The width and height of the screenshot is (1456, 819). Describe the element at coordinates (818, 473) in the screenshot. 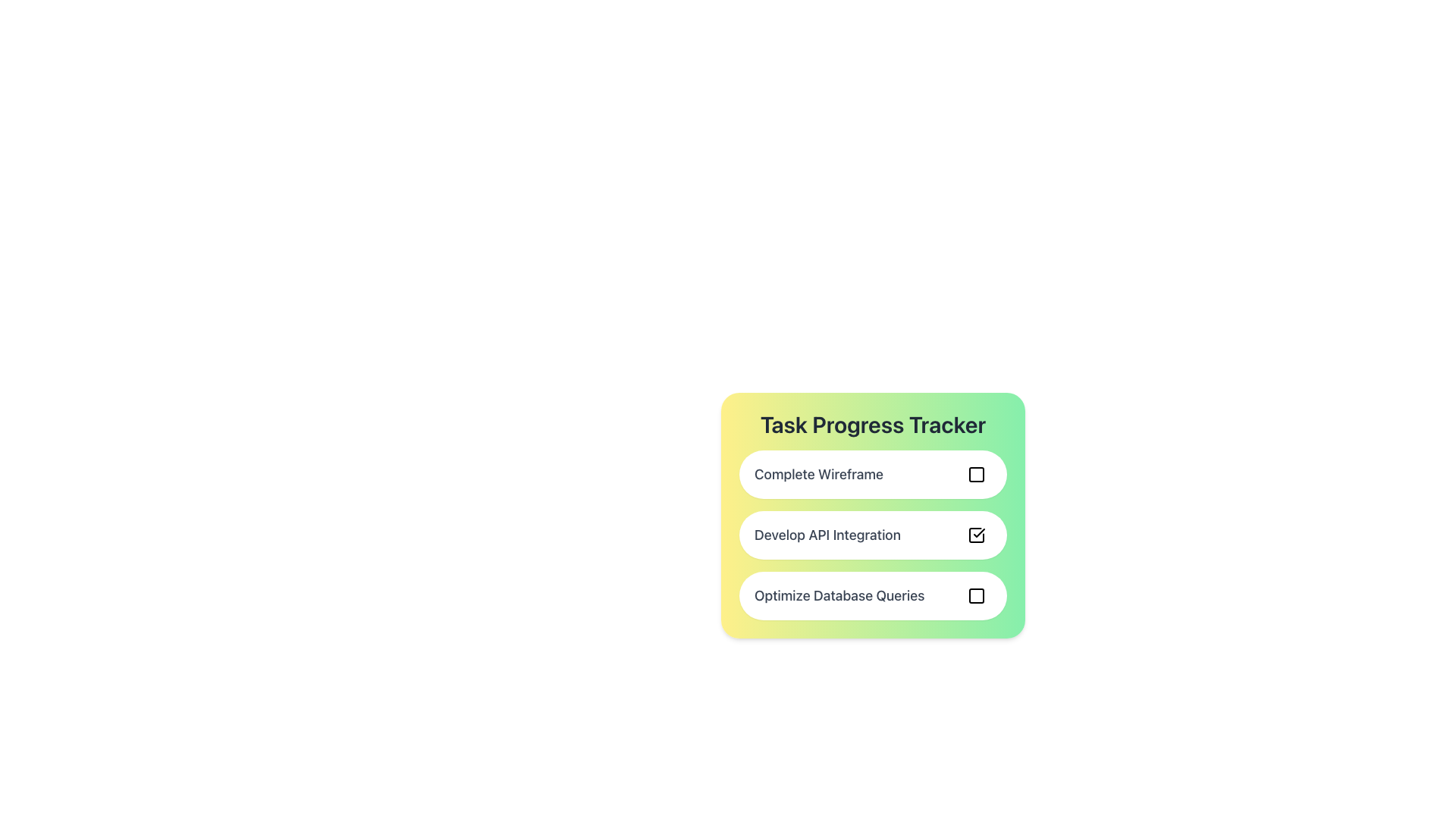

I see `the static text label reading 'Complete Wireframe', which is the first item in a list of tasks under the 'Task Progress Tracker' heading` at that location.